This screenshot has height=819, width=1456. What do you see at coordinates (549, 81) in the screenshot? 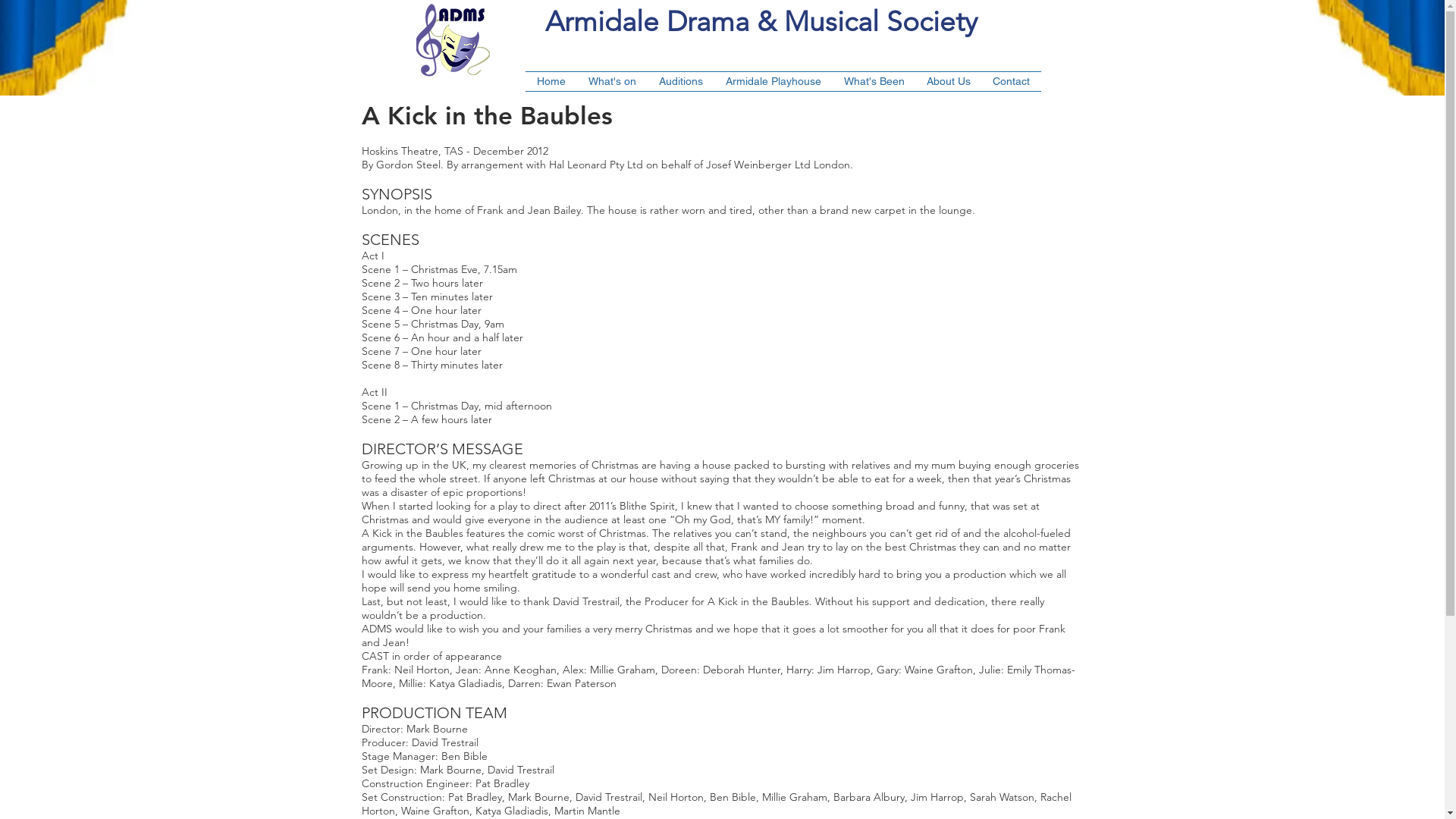
I see `'Home'` at bounding box center [549, 81].